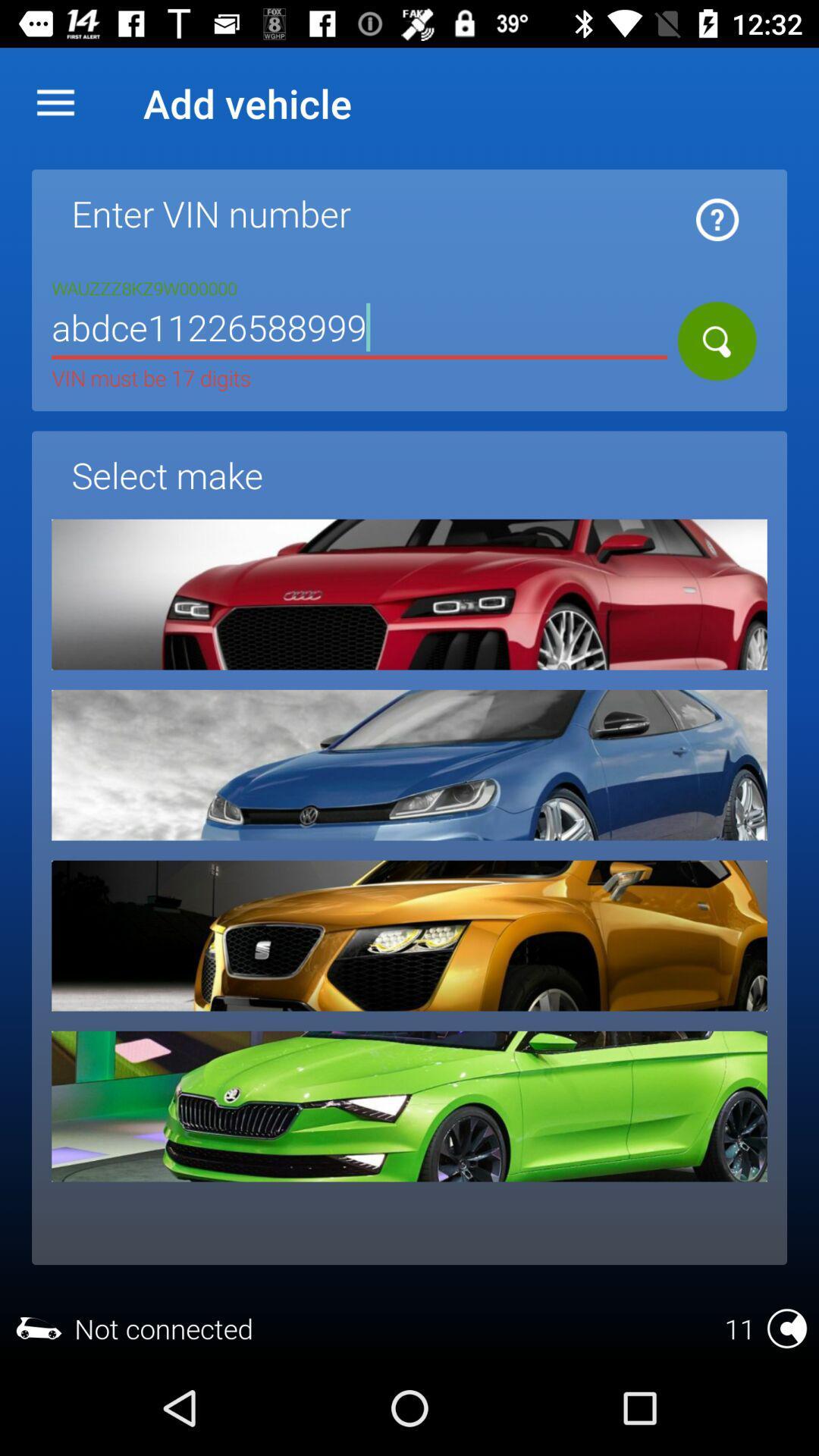 This screenshot has height=1456, width=819. What do you see at coordinates (717, 340) in the screenshot?
I see `search` at bounding box center [717, 340].